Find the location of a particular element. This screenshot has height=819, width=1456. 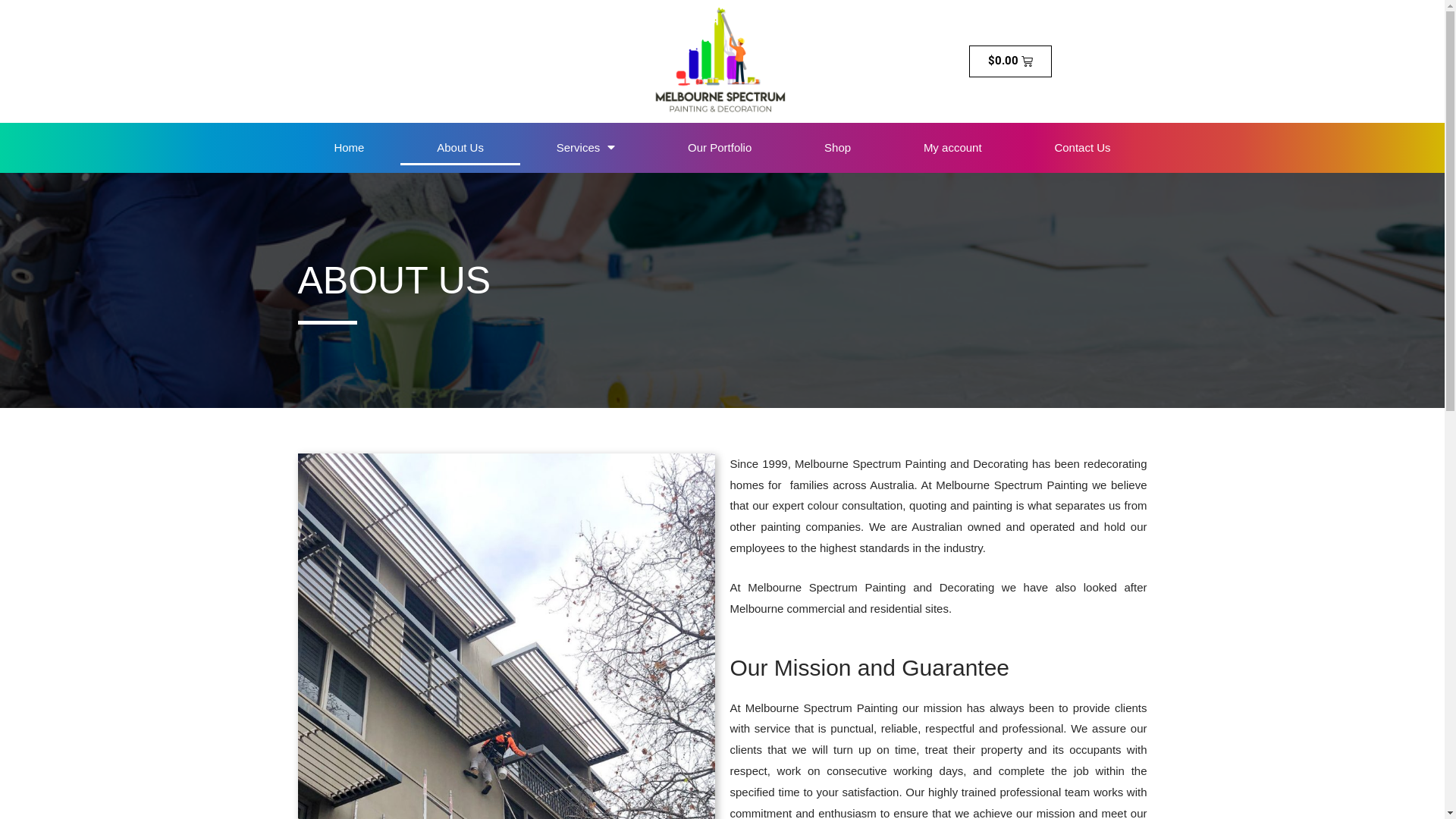

'Shop' is located at coordinates (836, 148).